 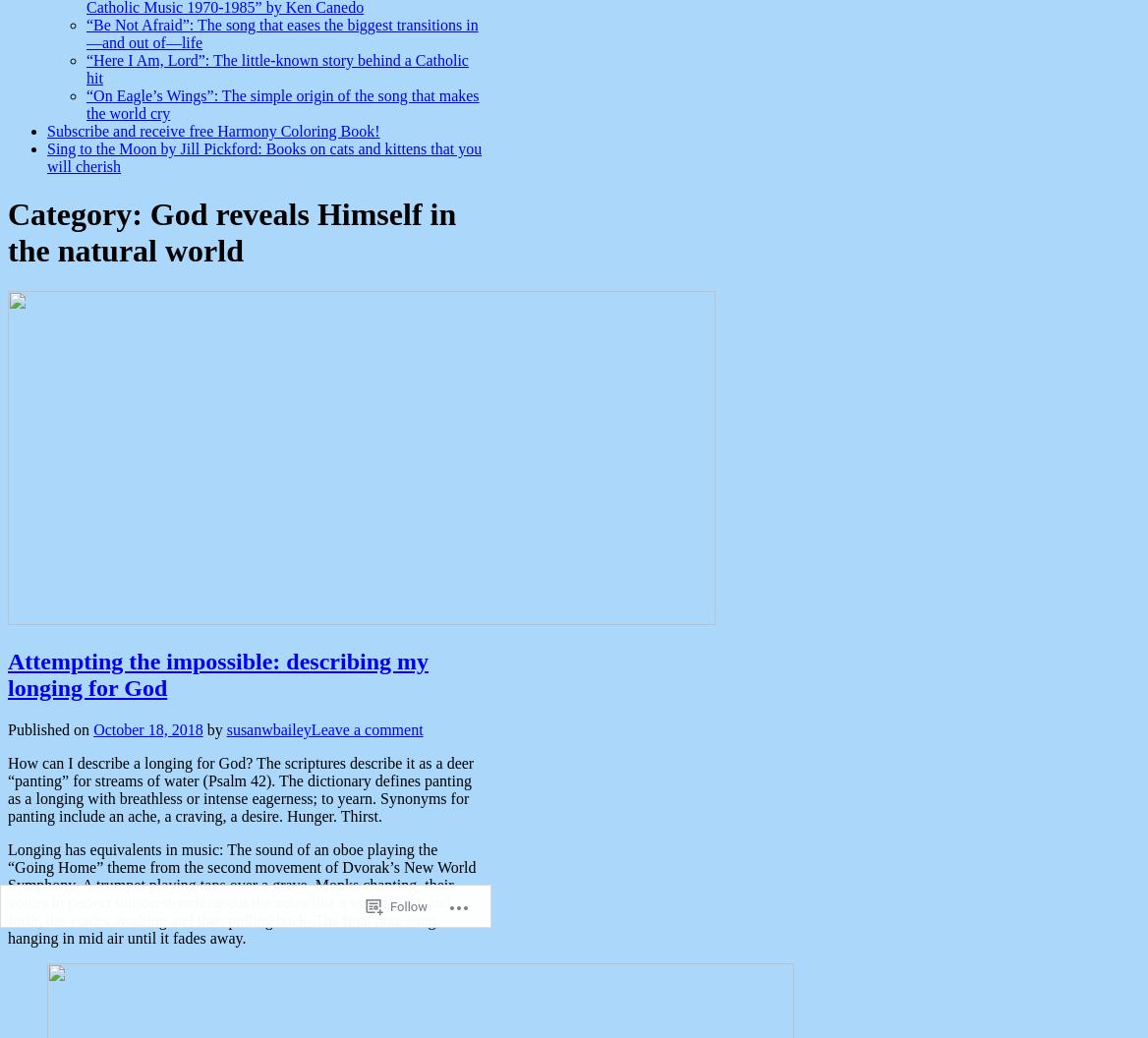 I want to click on '“On Eagle’s Wings”: The simple origin of the song that makes the world cry', so click(x=281, y=103).